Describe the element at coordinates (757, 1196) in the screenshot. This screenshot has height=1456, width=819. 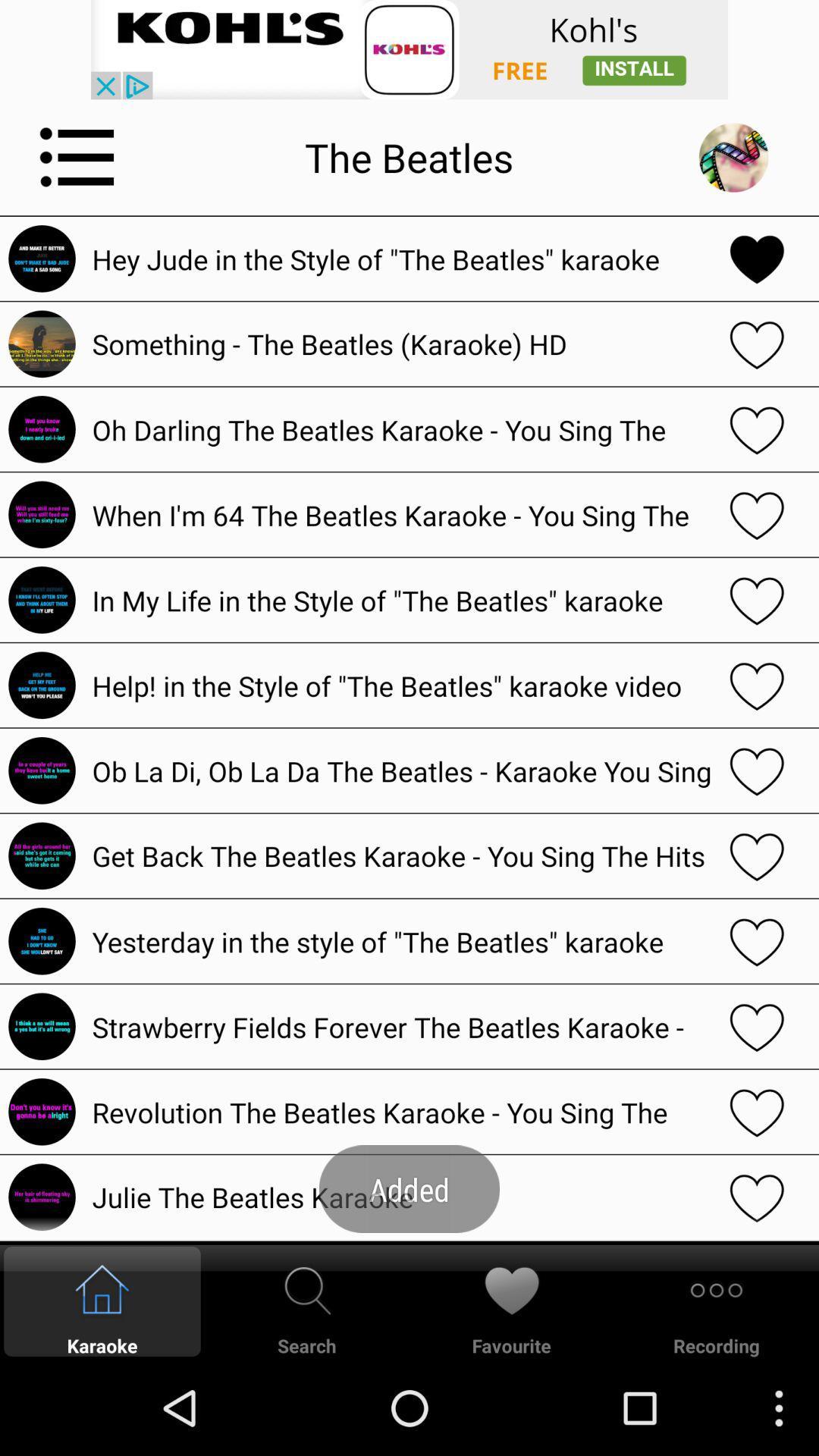
I see `to favorites` at that location.